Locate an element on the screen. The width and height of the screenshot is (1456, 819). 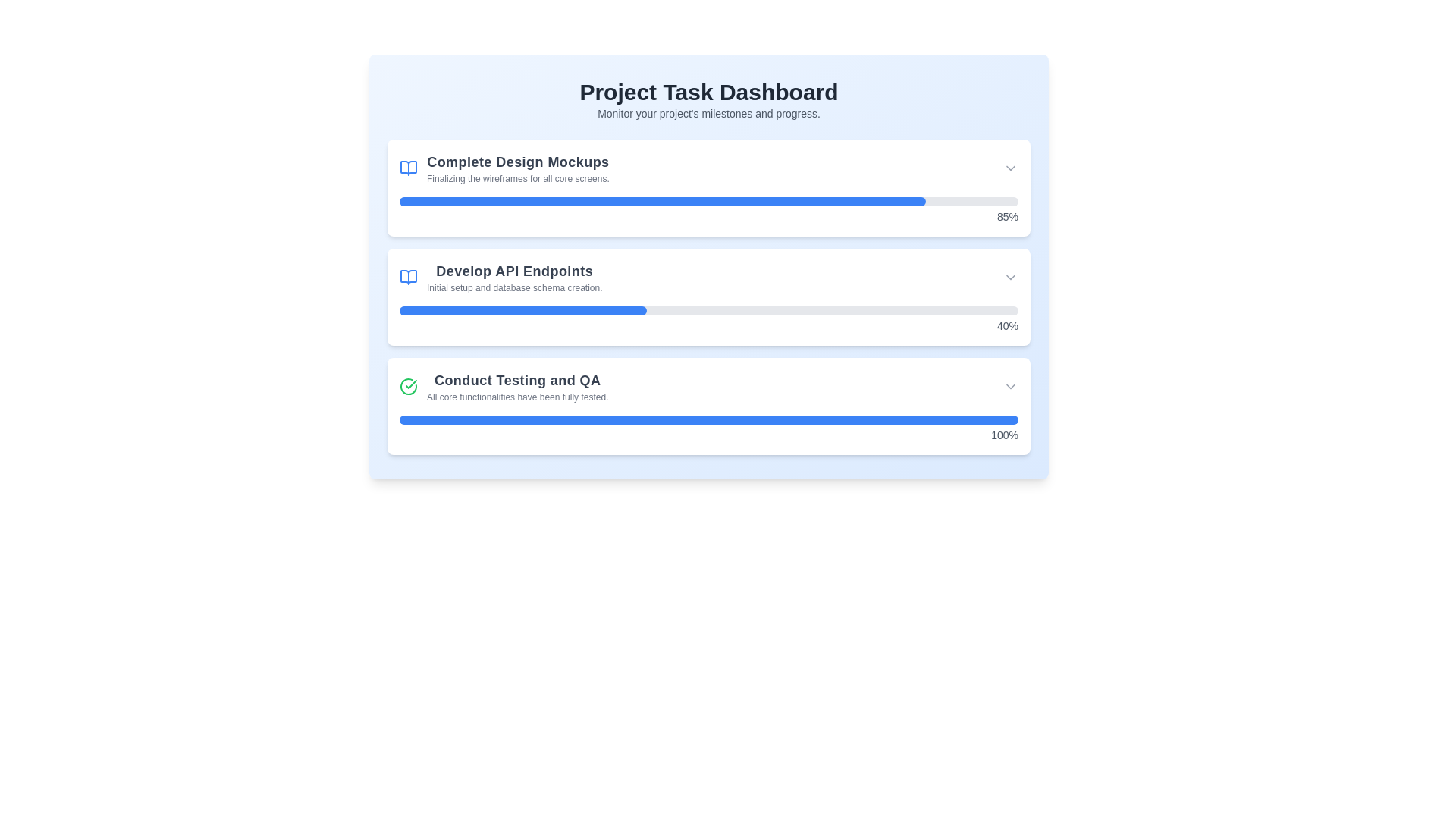
the Dropdown indicator or toggle button located in the top-right corner of the 'Develop API Endpoints' task card is located at coordinates (1011, 278).